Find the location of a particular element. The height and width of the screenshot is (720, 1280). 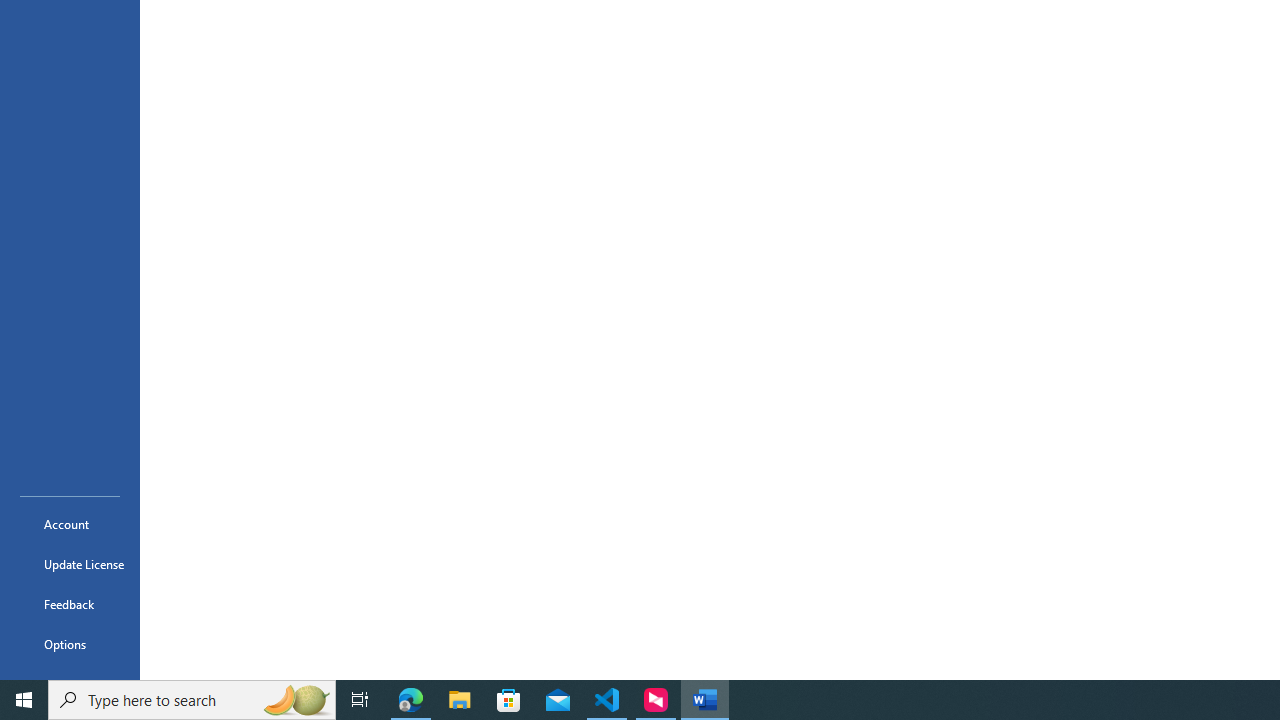

'Feedback' is located at coordinates (69, 603).